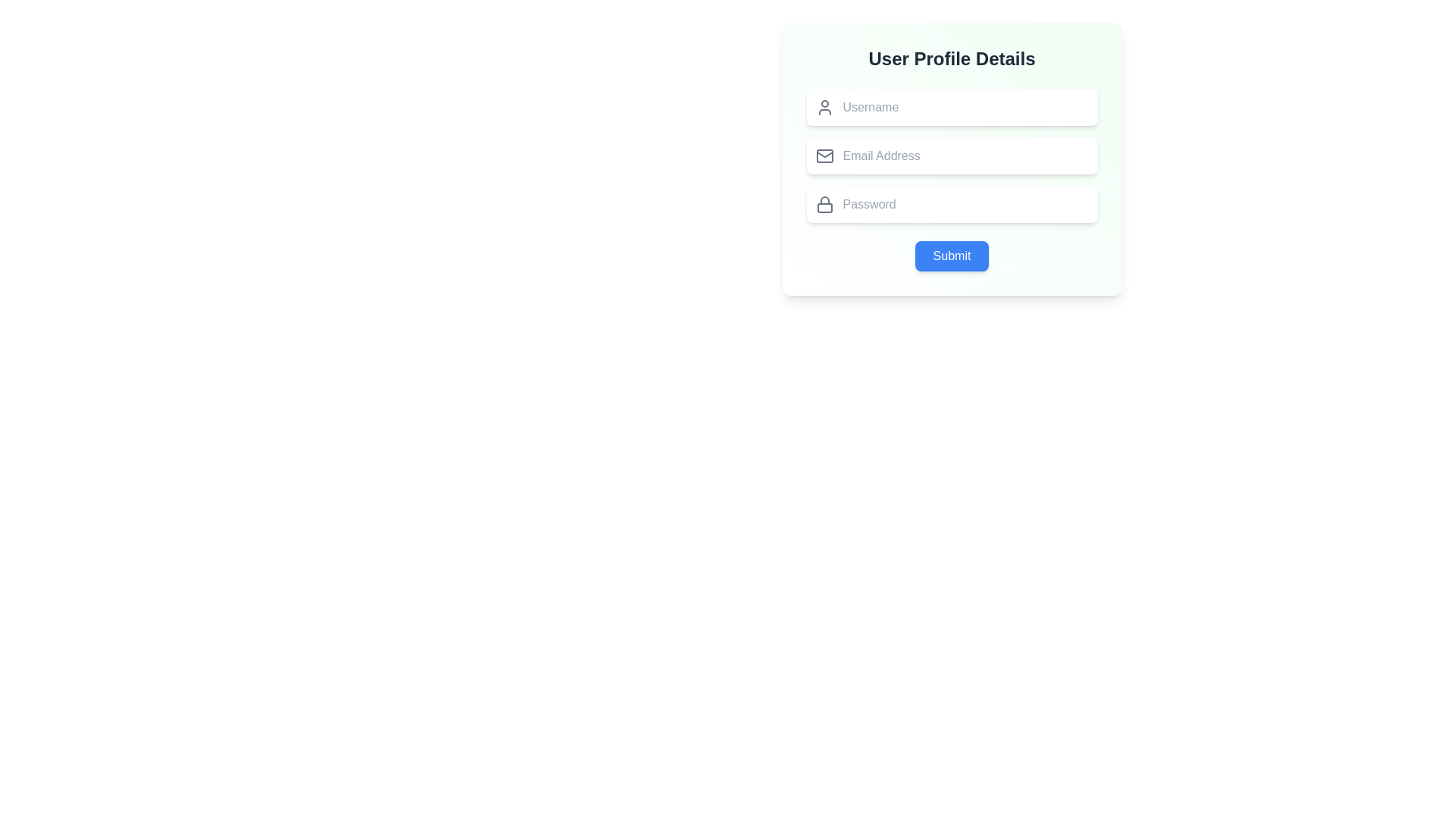 The width and height of the screenshot is (1456, 819). What do you see at coordinates (824, 205) in the screenshot?
I see `the gray lock icon with a rounded outline located to the left of the 'Password' input field in the 'User Profile Details' form` at bounding box center [824, 205].